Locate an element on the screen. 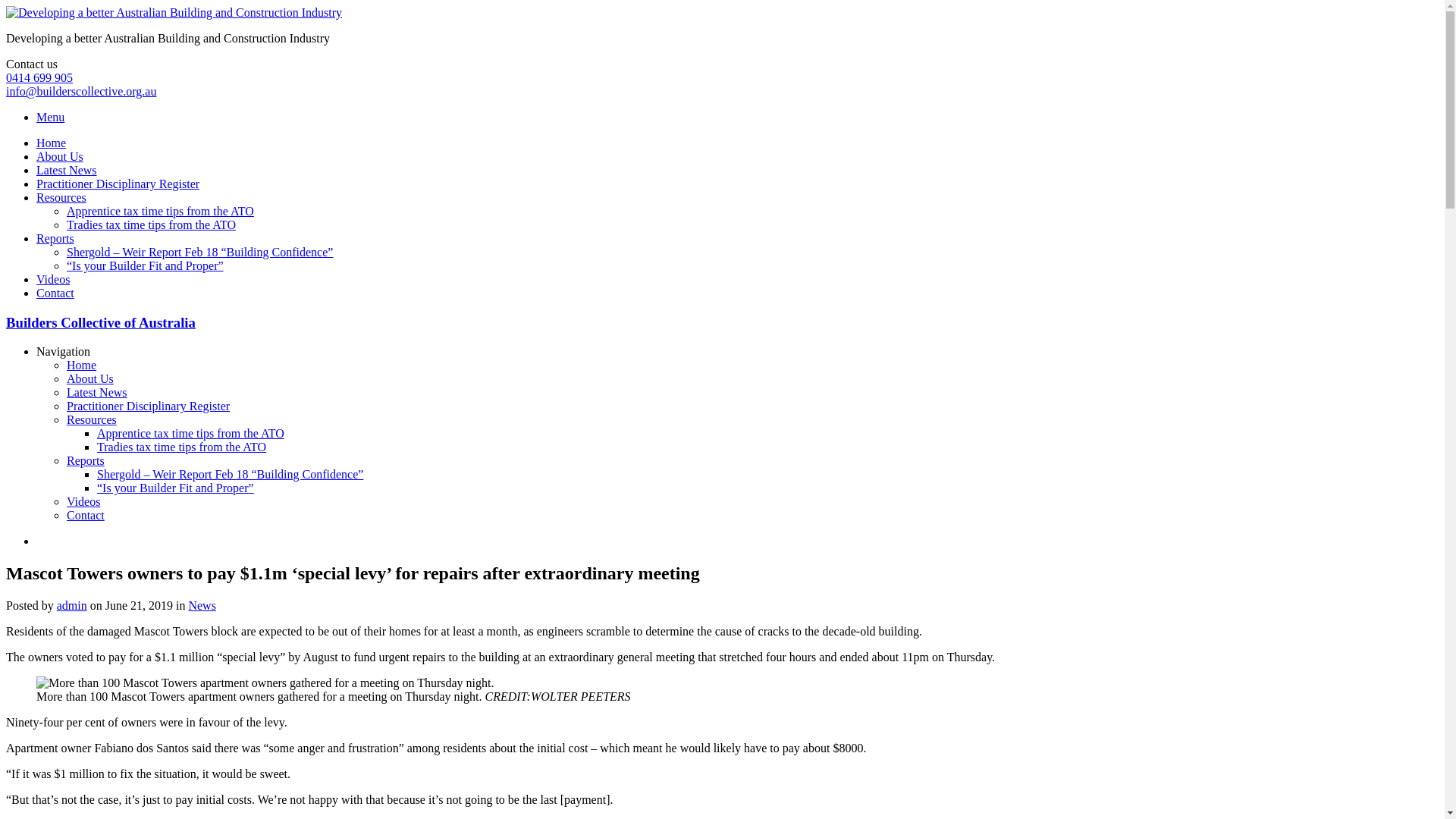 This screenshot has height=819, width=1456. 'Practitioner Disciplinary Register' is located at coordinates (117, 183).